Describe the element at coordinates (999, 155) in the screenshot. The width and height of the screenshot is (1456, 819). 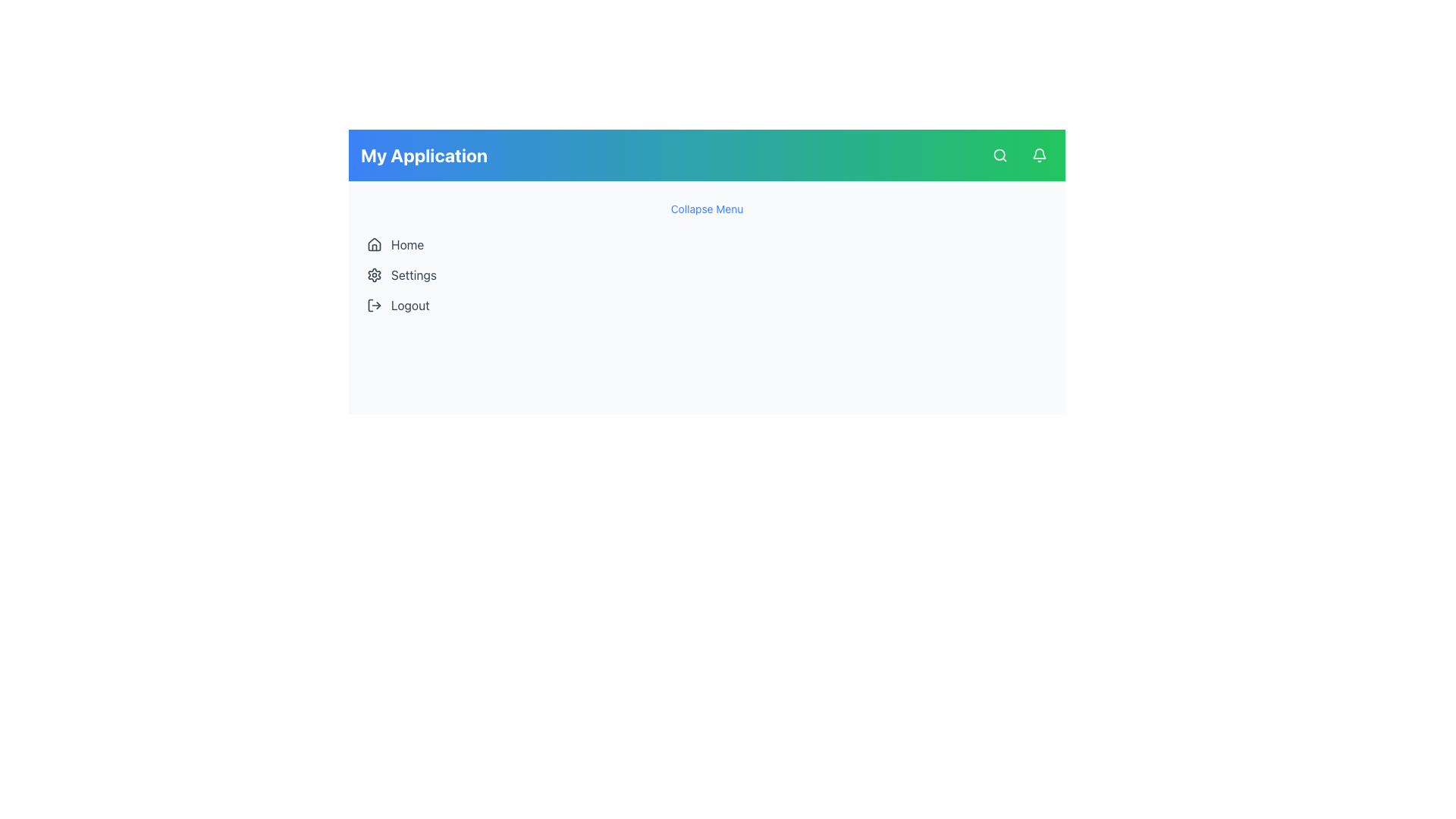
I see `the decorative search icon graphic located near the rightmost side of the header bar, slightly left of the bell icon` at that location.